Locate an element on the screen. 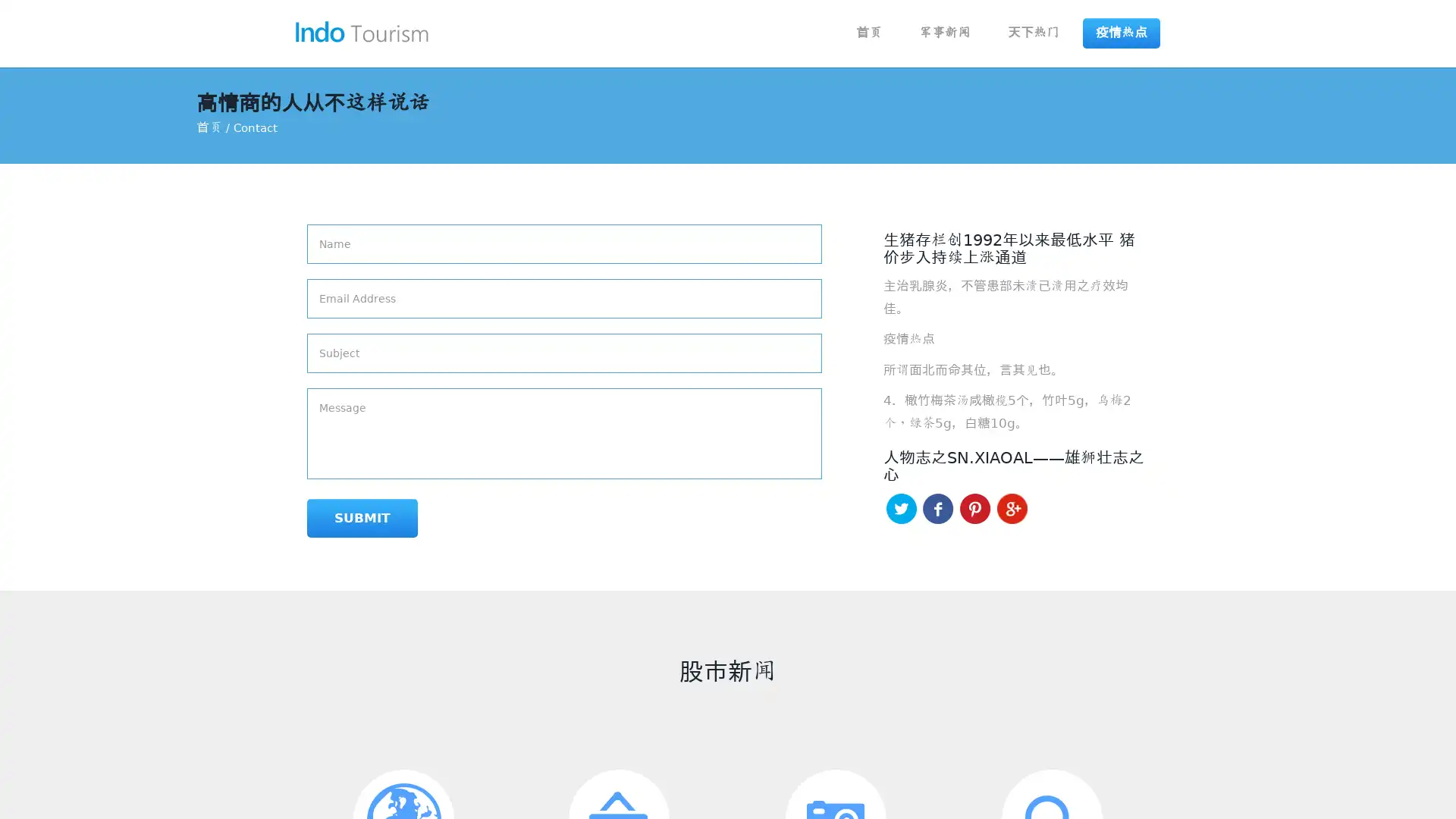  Submit is located at coordinates (362, 517).